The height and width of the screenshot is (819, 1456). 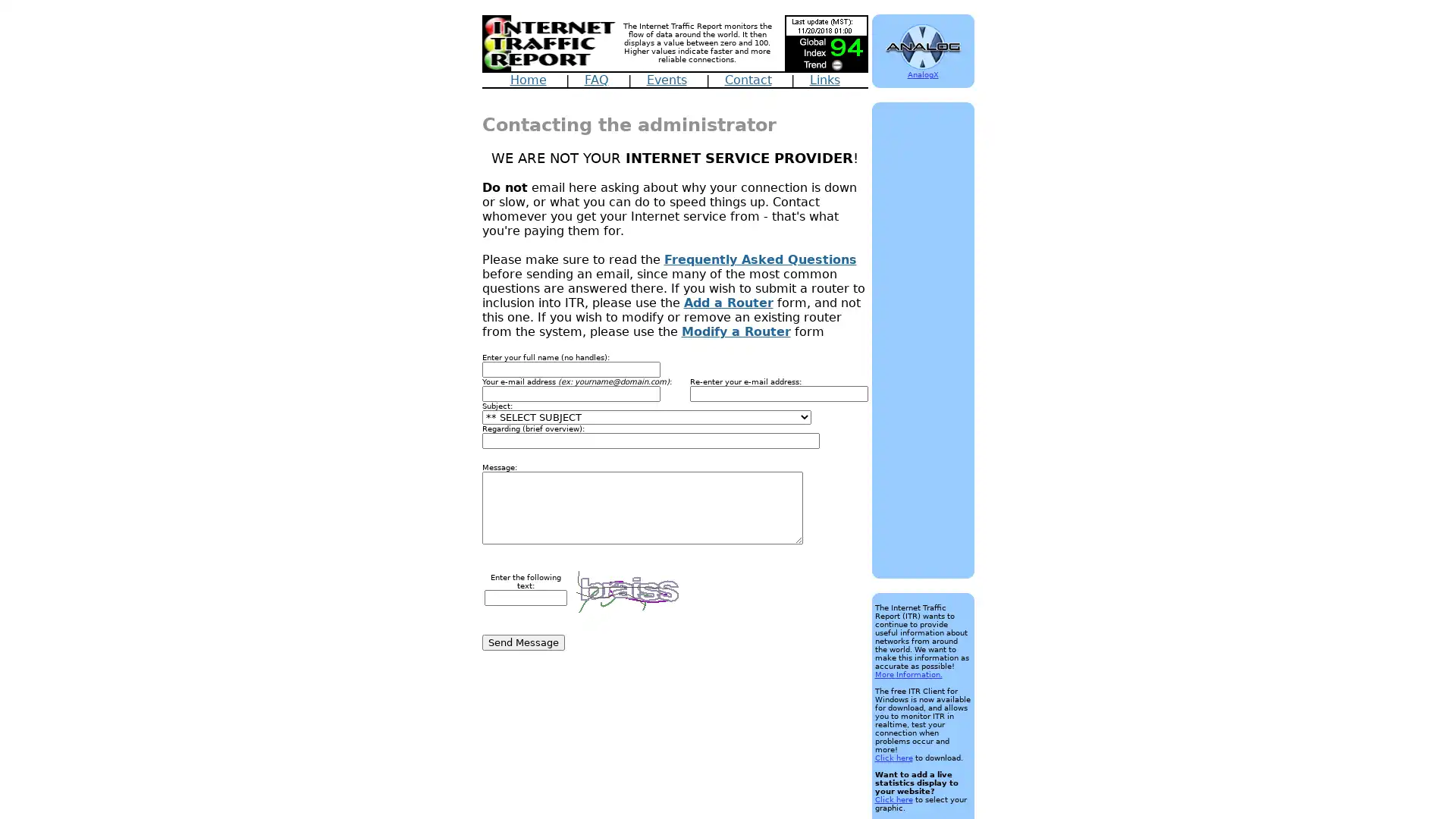 I want to click on Send Message, so click(x=522, y=642).